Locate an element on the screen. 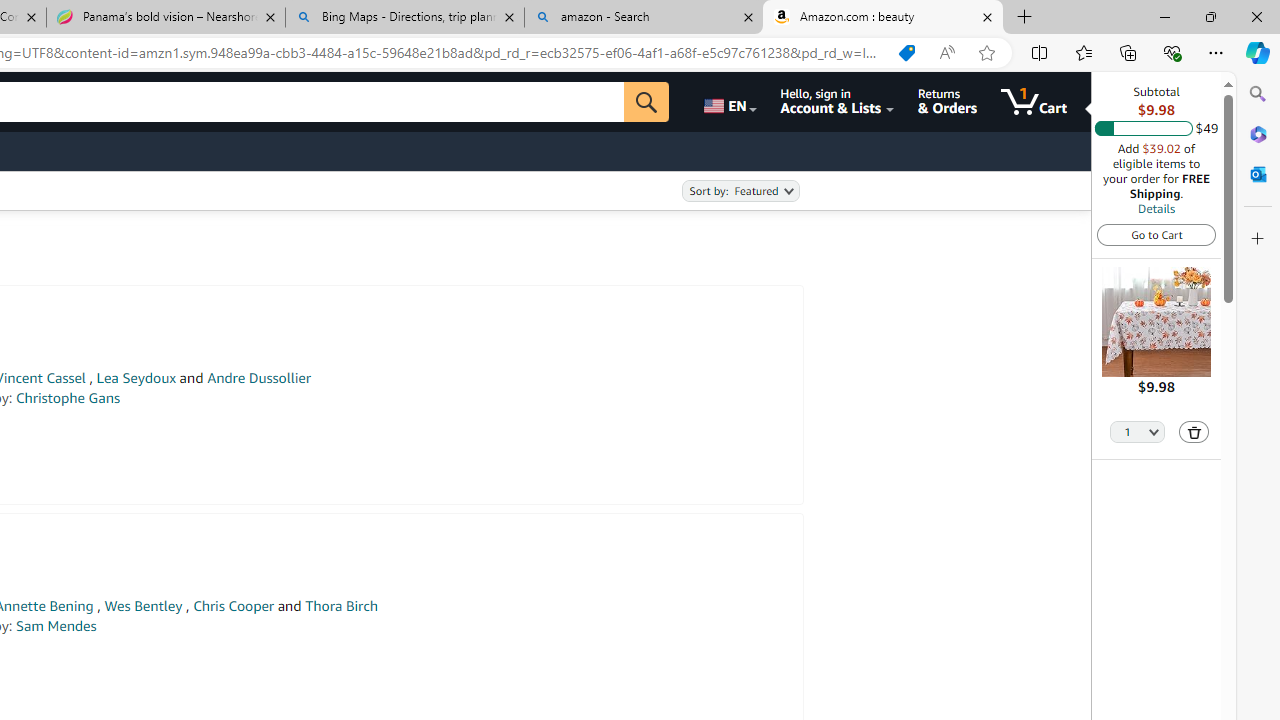  'Thora Birch' is located at coordinates (341, 605).